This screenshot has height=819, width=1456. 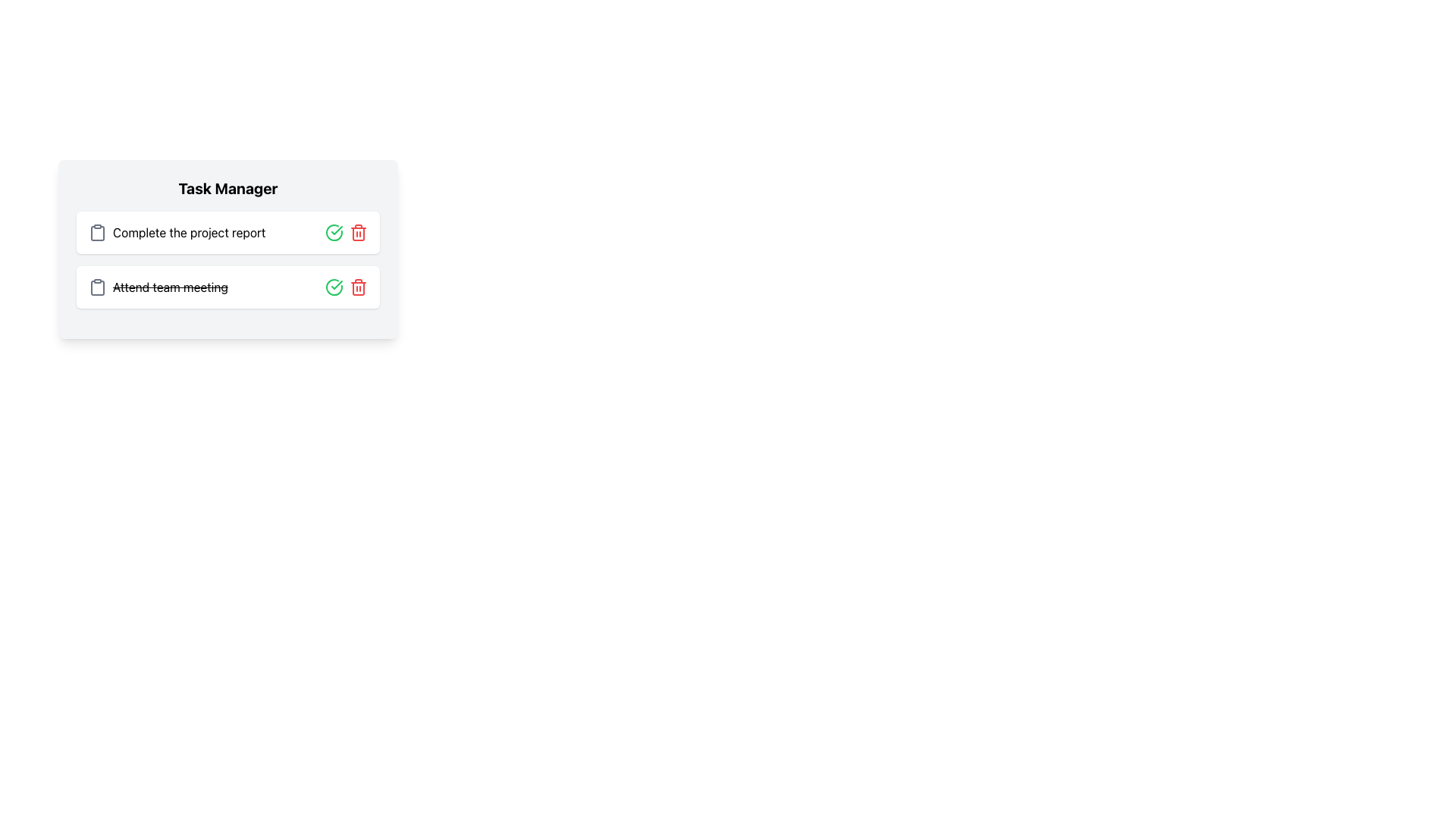 I want to click on the red trash bin in the Control button group, so click(x=345, y=287).